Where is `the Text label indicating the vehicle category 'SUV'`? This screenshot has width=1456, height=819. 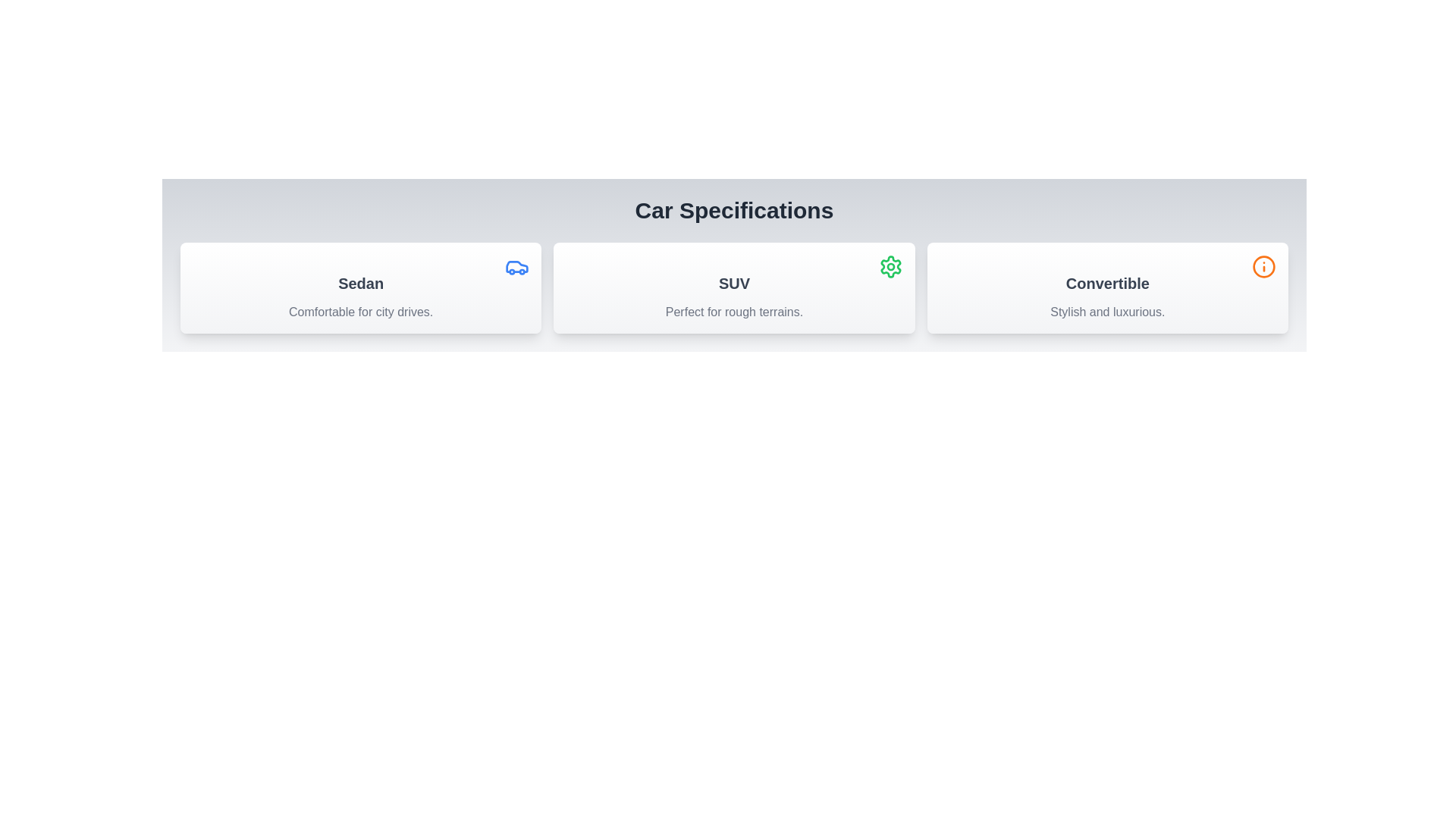 the Text label indicating the vehicle category 'SUV' is located at coordinates (734, 284).